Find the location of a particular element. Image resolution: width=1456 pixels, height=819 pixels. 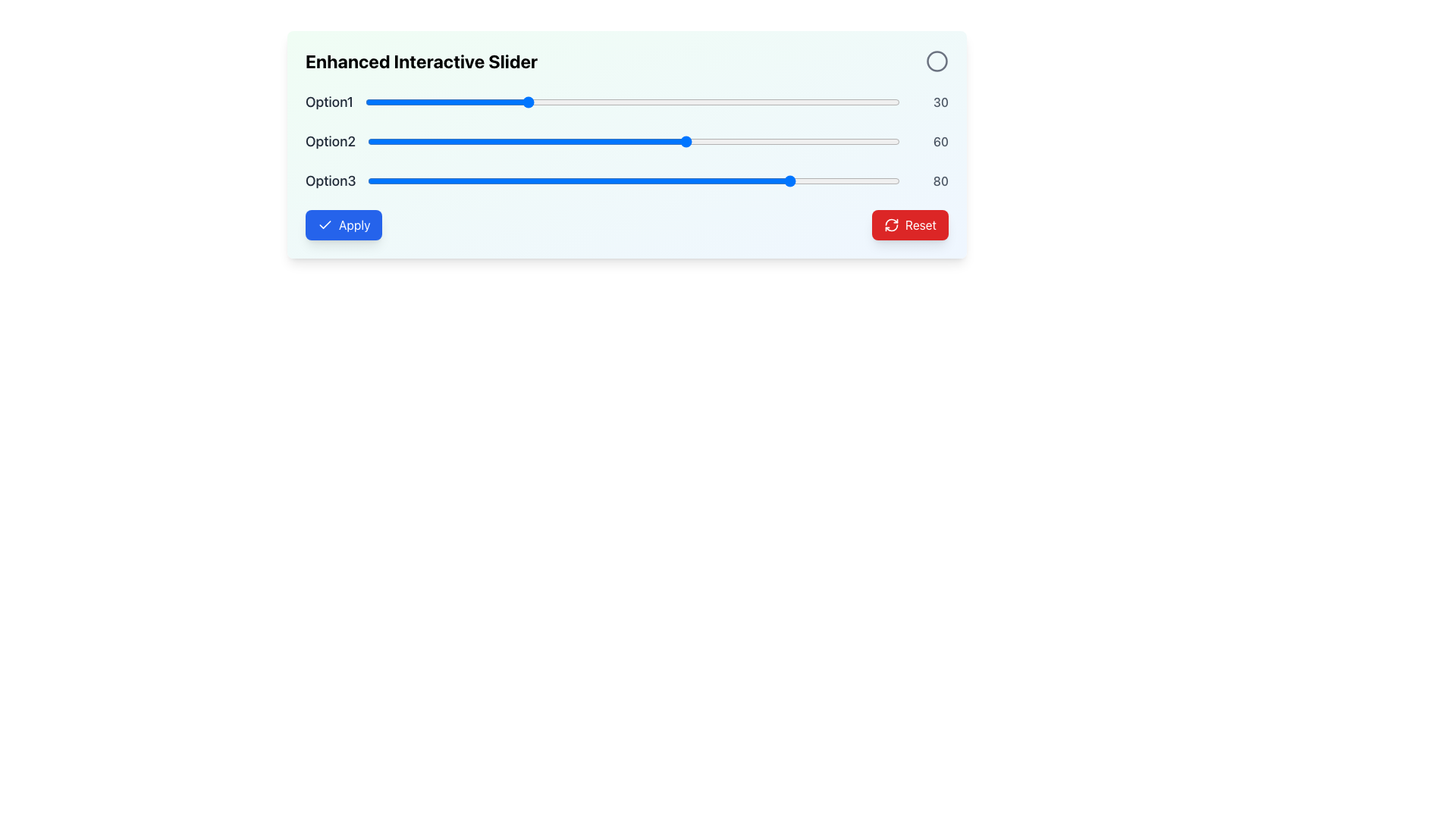

the slider for 'Option2' is located at coordinates (373, 141).